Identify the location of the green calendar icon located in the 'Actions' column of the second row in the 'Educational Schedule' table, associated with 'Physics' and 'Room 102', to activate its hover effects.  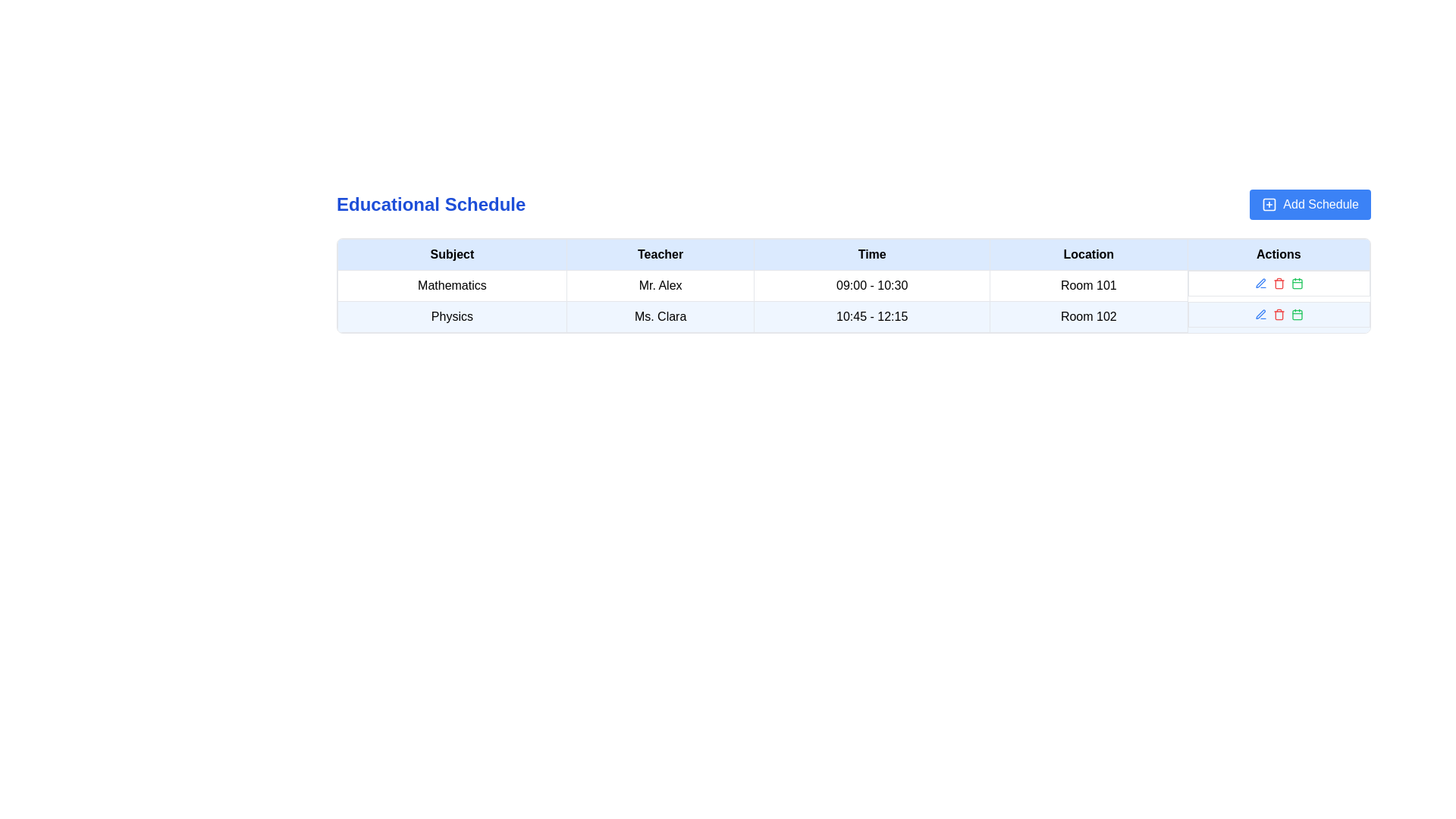
(1296, 284).